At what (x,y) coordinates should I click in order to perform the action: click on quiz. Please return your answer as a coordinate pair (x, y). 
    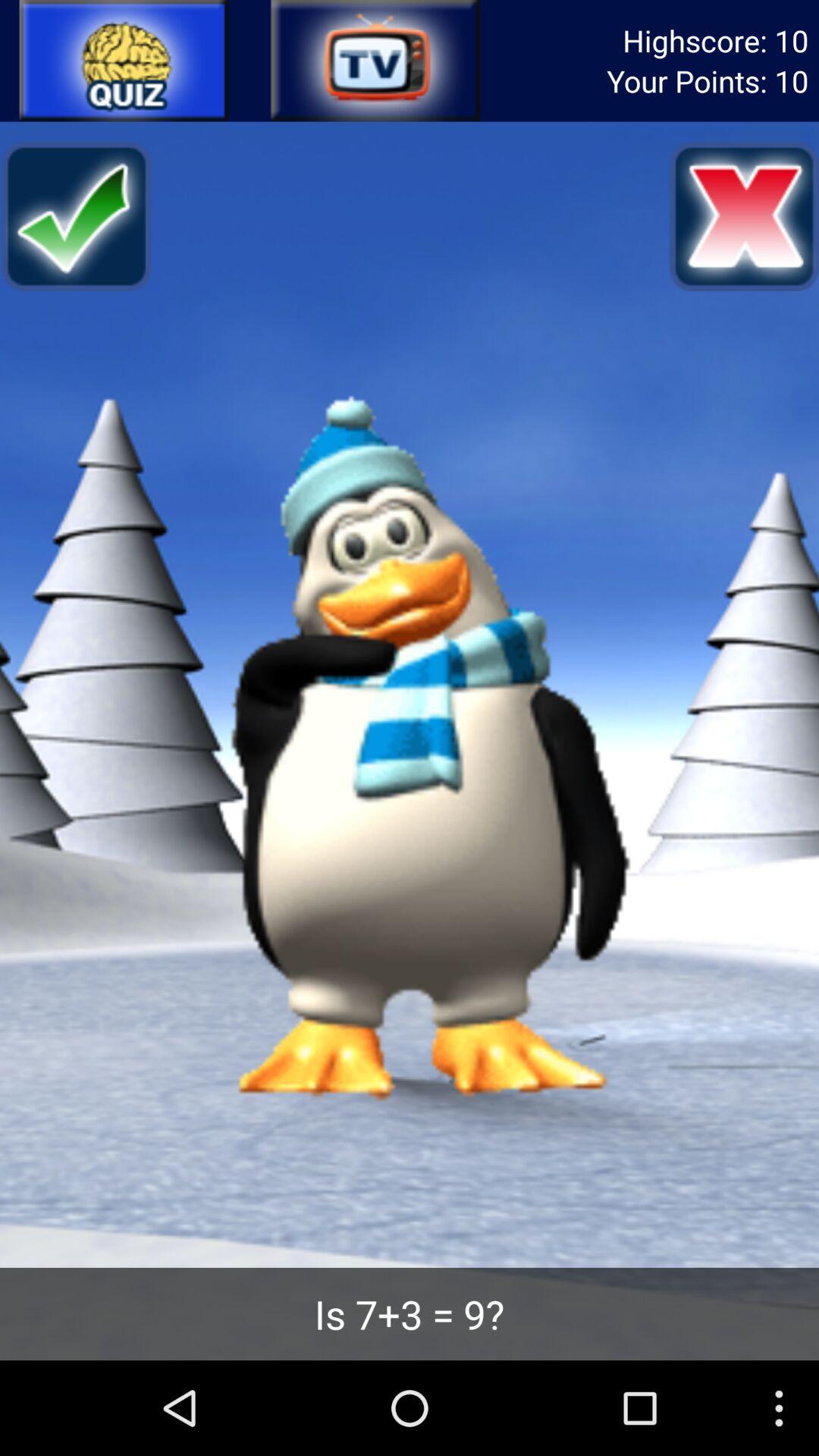
    Looking at the image, I should click on (124, 61).